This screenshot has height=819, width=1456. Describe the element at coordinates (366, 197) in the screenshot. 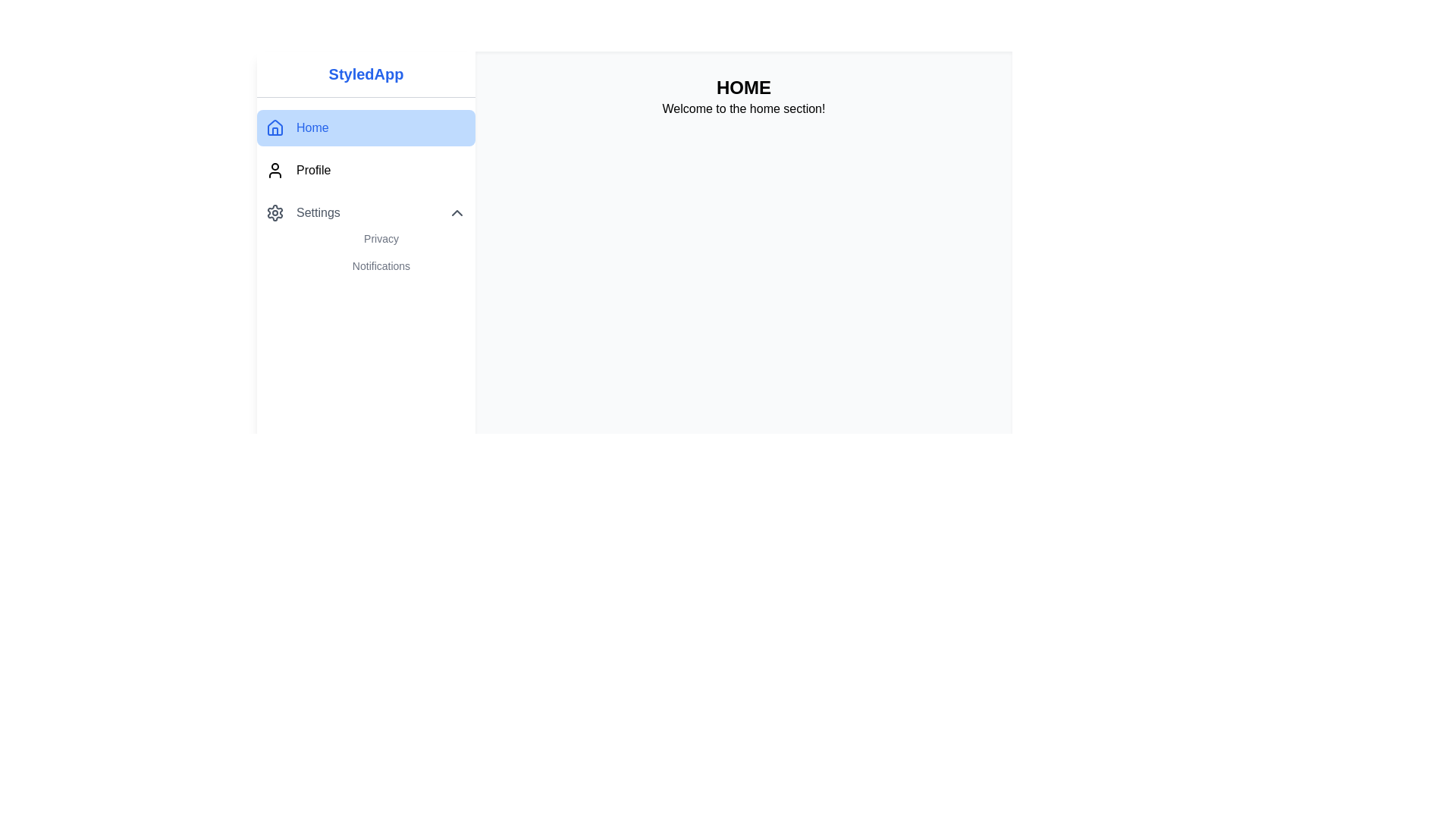

I see `the 'Privacy' item in the vertical navigation menu located in the left sidebar of the application interface` at that location.